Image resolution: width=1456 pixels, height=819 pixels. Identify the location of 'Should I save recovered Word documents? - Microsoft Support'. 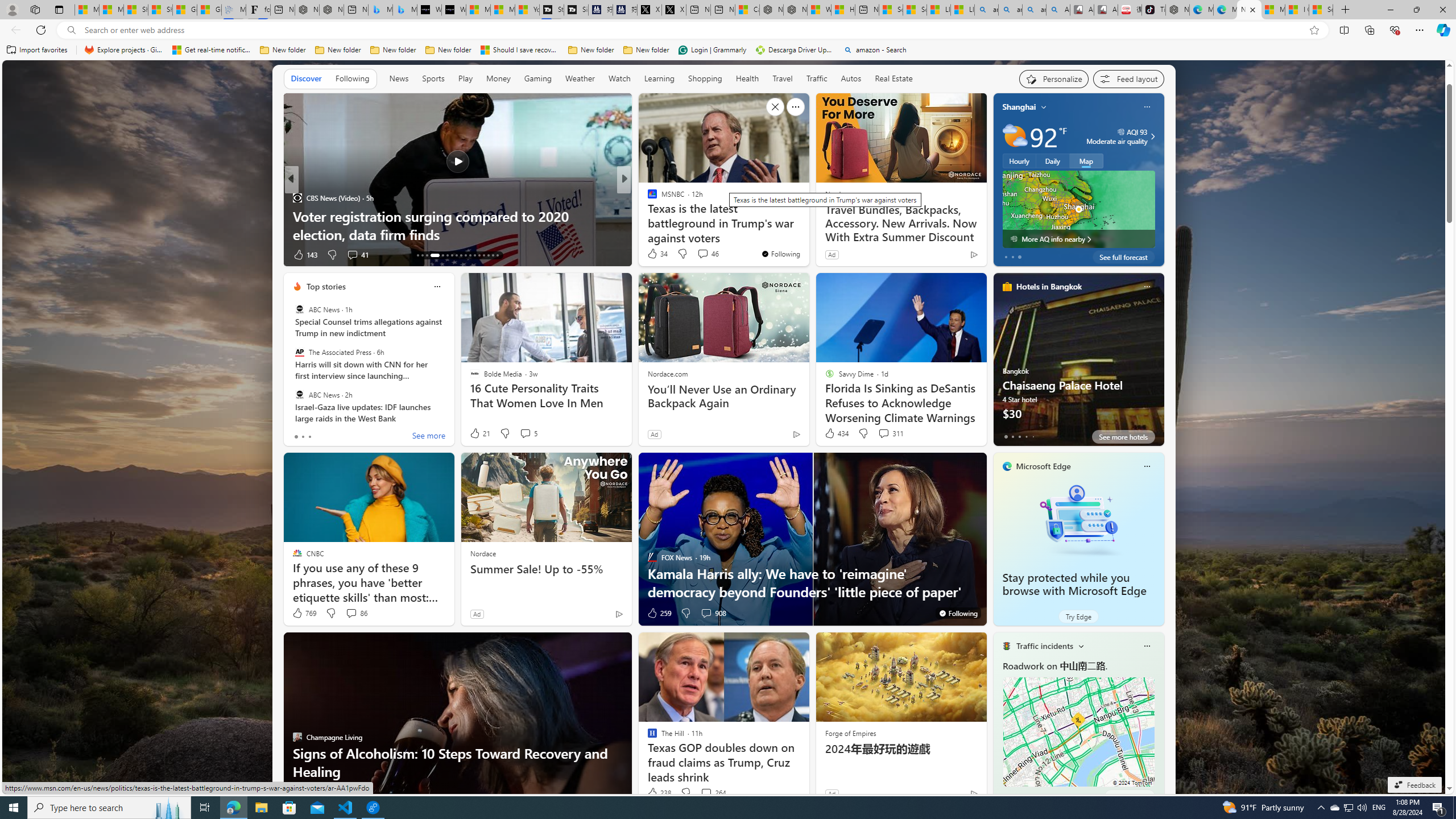
(519, 49).